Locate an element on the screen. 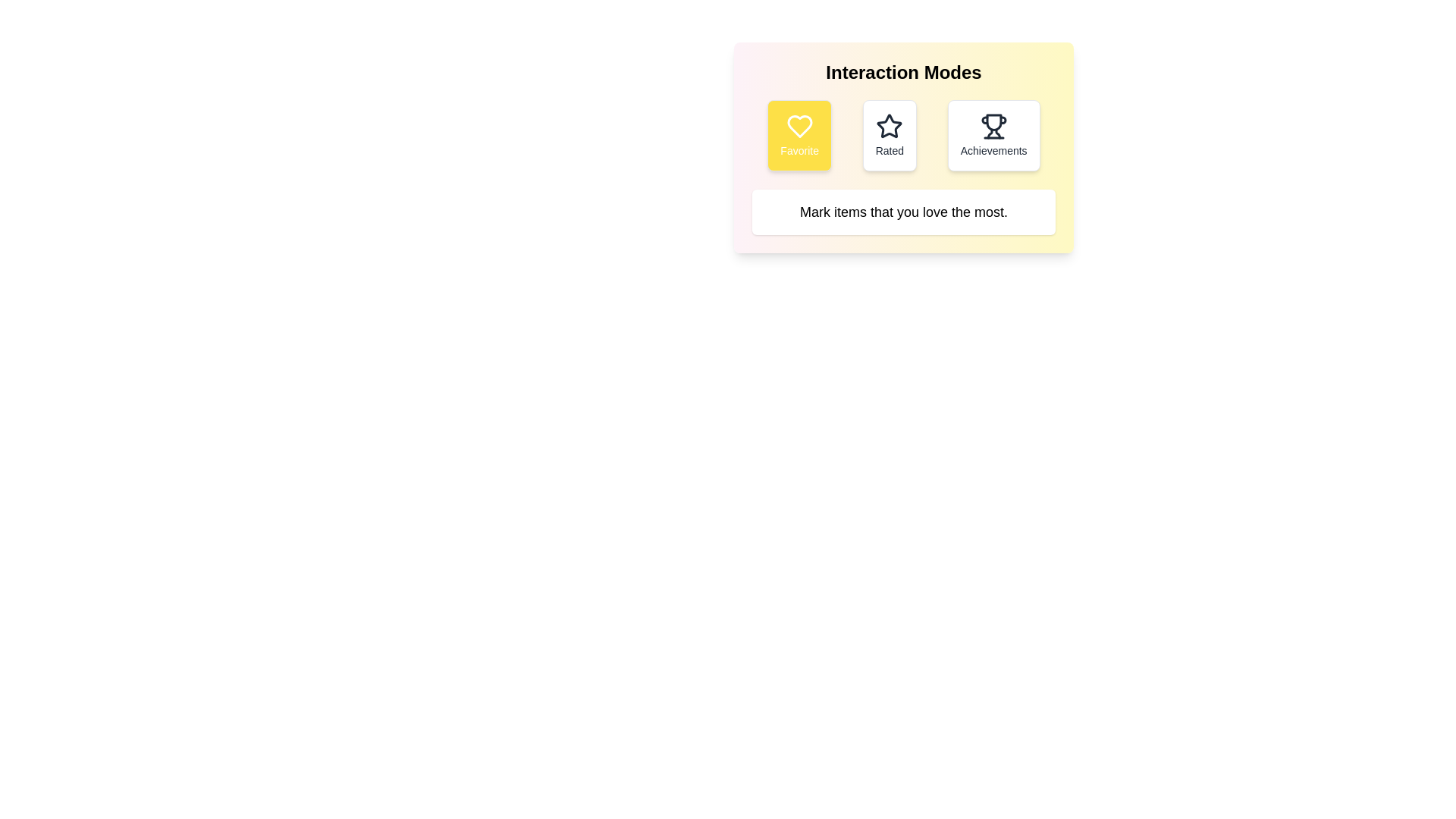 The height and width of the screenshot is (819, 1456). the Rated button to observe the hover effect is located at coordinates (890, 134).